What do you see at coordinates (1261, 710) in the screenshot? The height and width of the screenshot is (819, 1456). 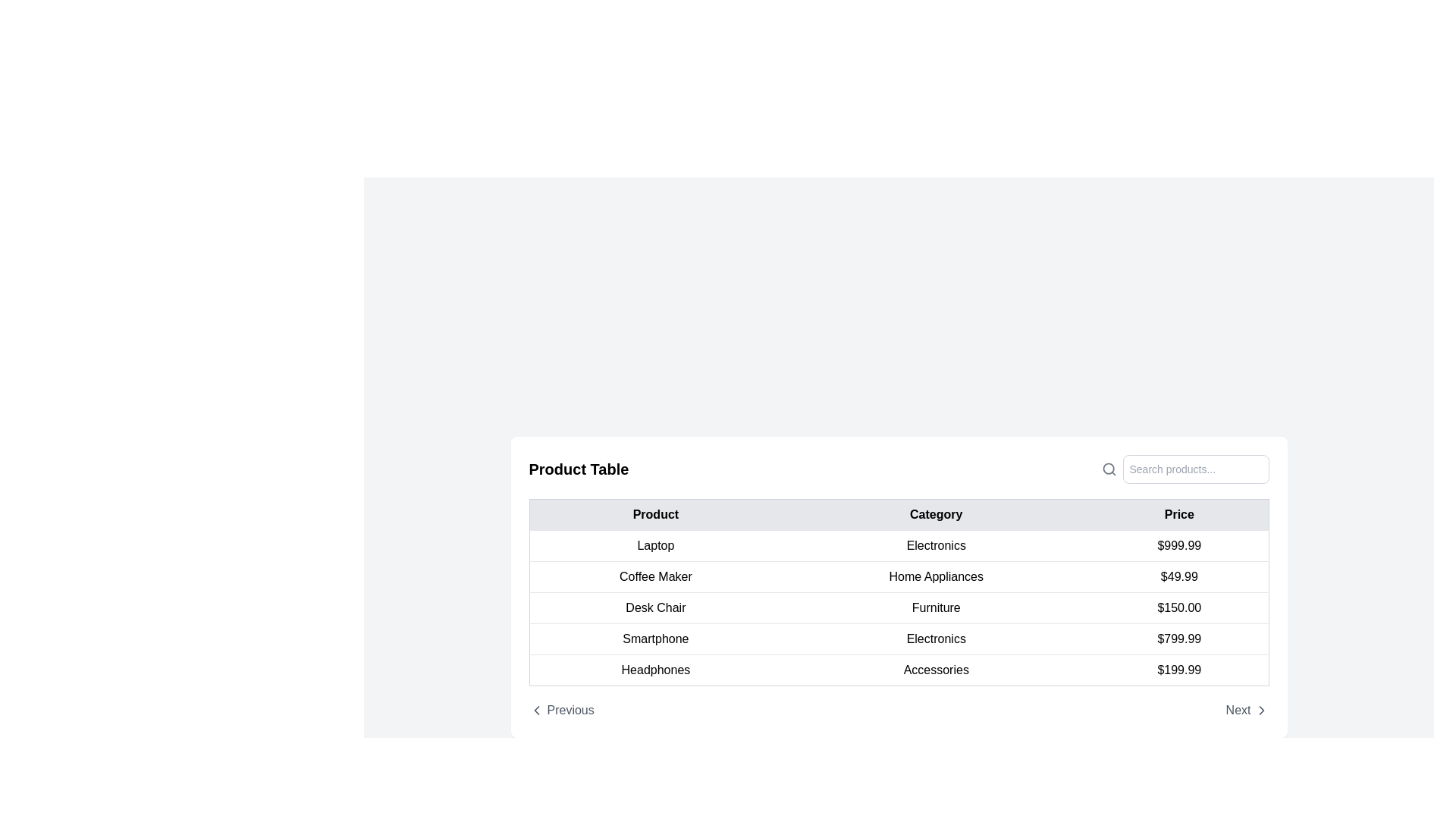 I see `the chevron icon located at the bottom-right corner of the pagination section` at bounding box center [1261, 710].